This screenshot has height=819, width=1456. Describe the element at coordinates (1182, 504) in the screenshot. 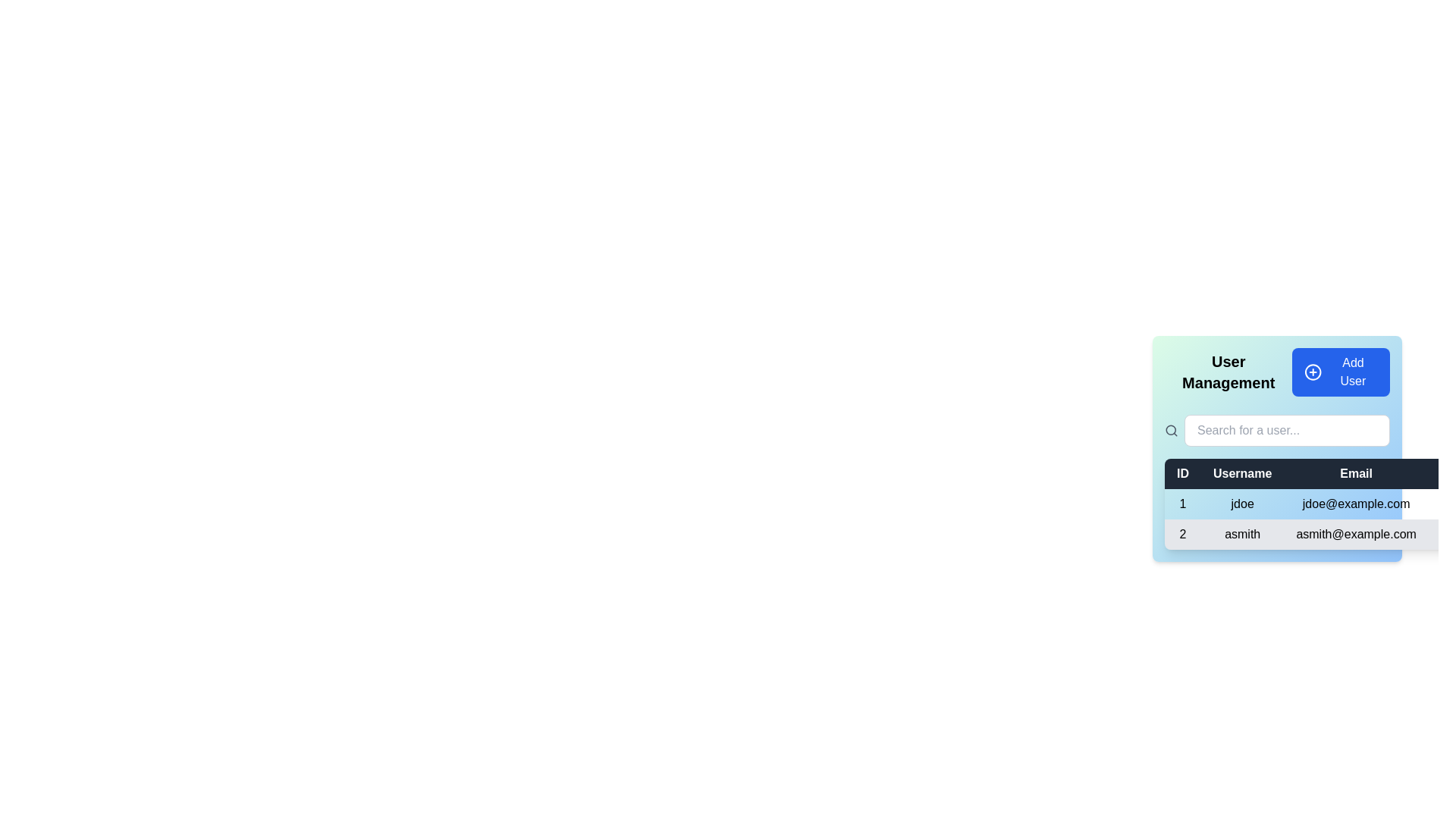

I see `the text label displaying the numeral '1' located in the 'ID' column of the first row in a tabulated layout` at that location.